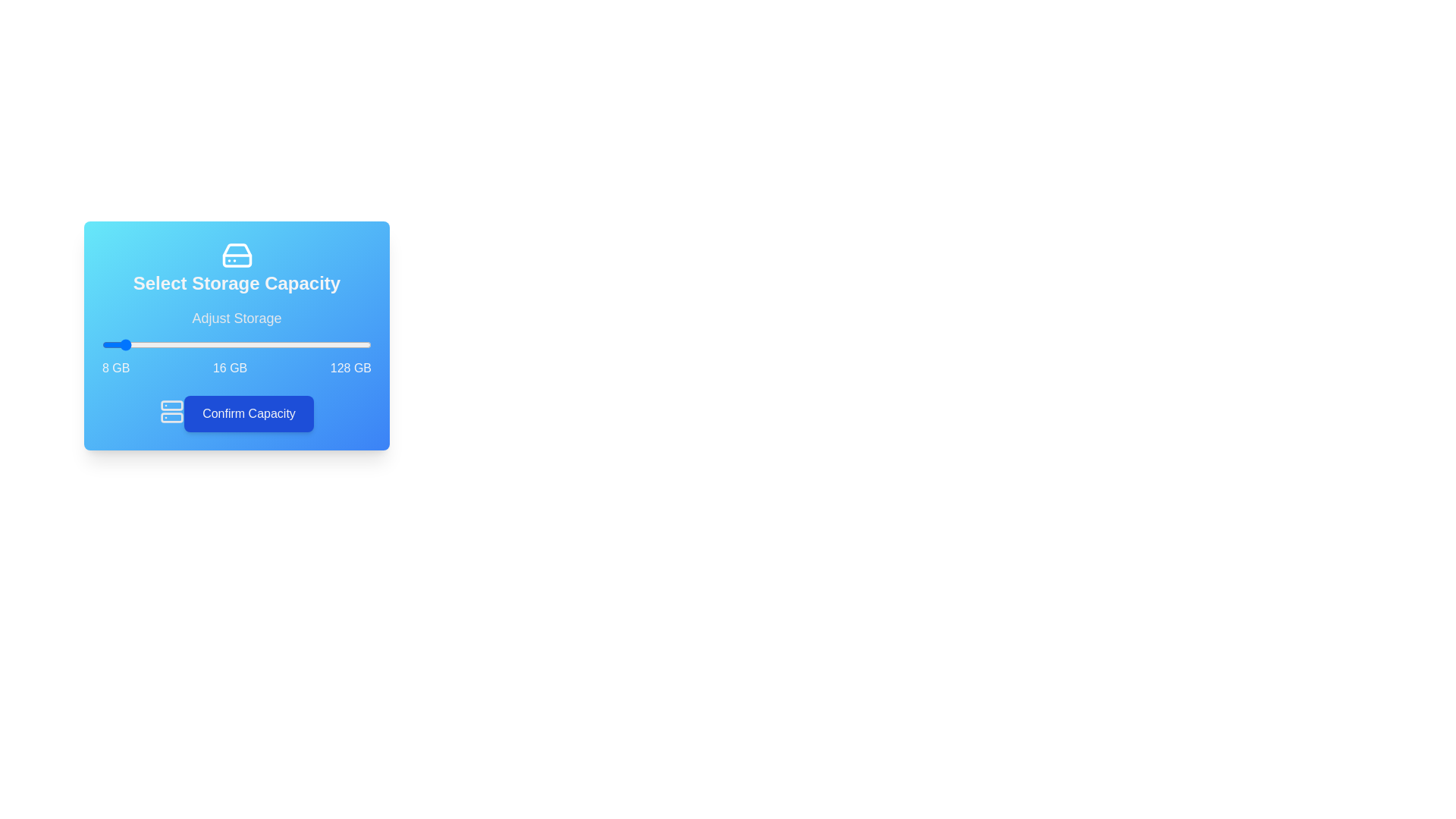 This screenshot has width=1456, height=819. I want to click on the confirm button to visually inspect its graphical response, so click(248, 414).